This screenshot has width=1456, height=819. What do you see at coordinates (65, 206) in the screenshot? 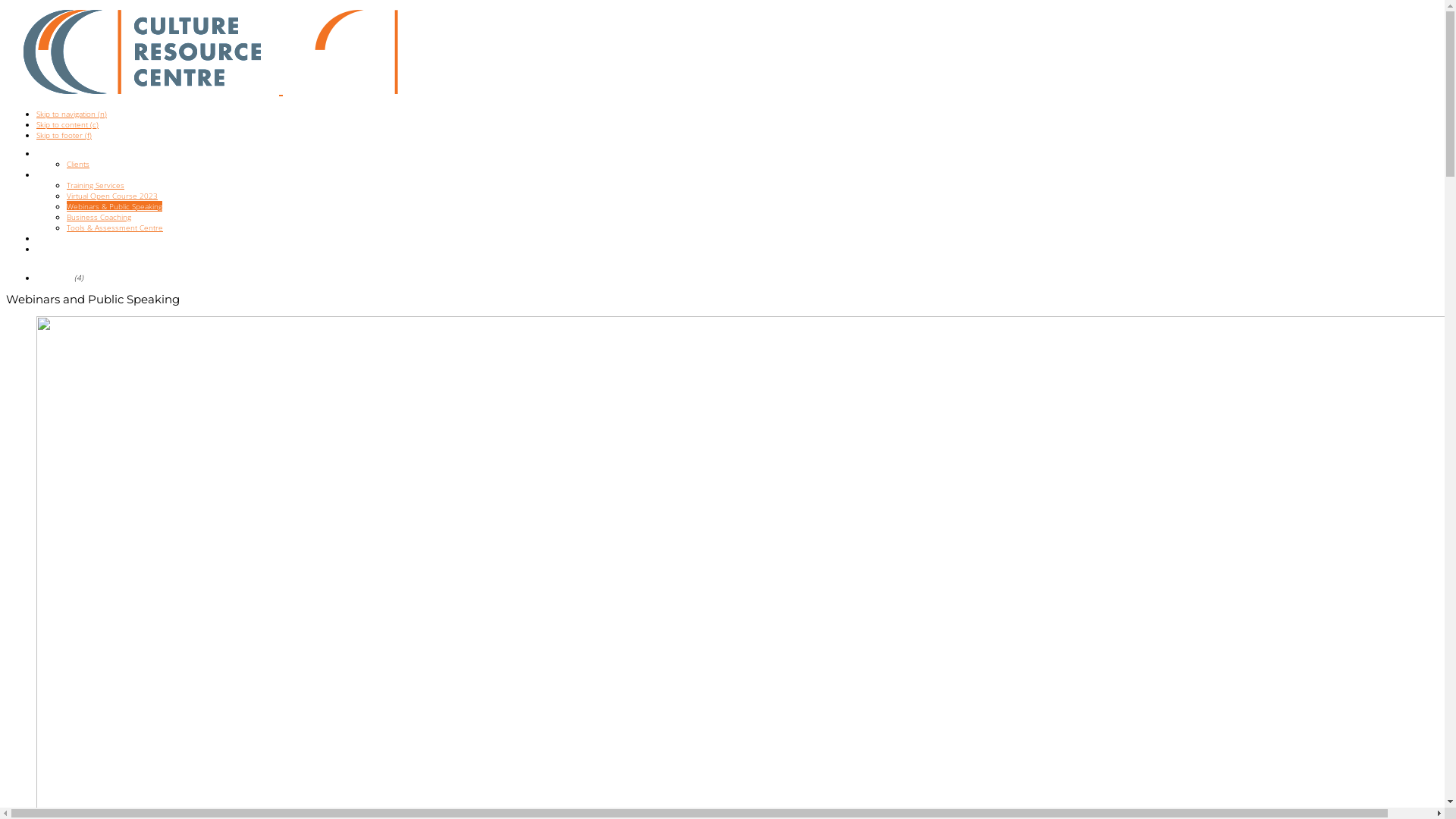
I see `'Webinars & Public Speaking'` at bounding box center [65, 206].